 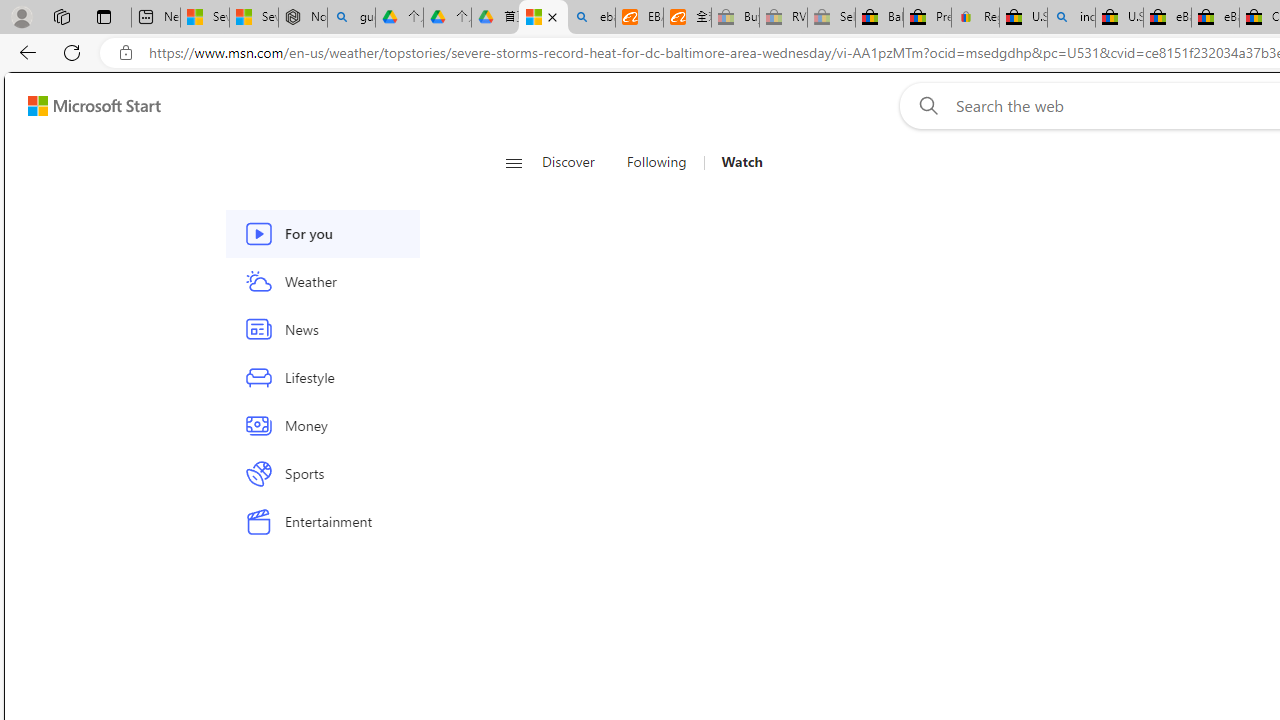 What do you see at coordinates (81, 105) in the screenshot?
I see `'Skip to footer'` at bounding box center [81, 105].